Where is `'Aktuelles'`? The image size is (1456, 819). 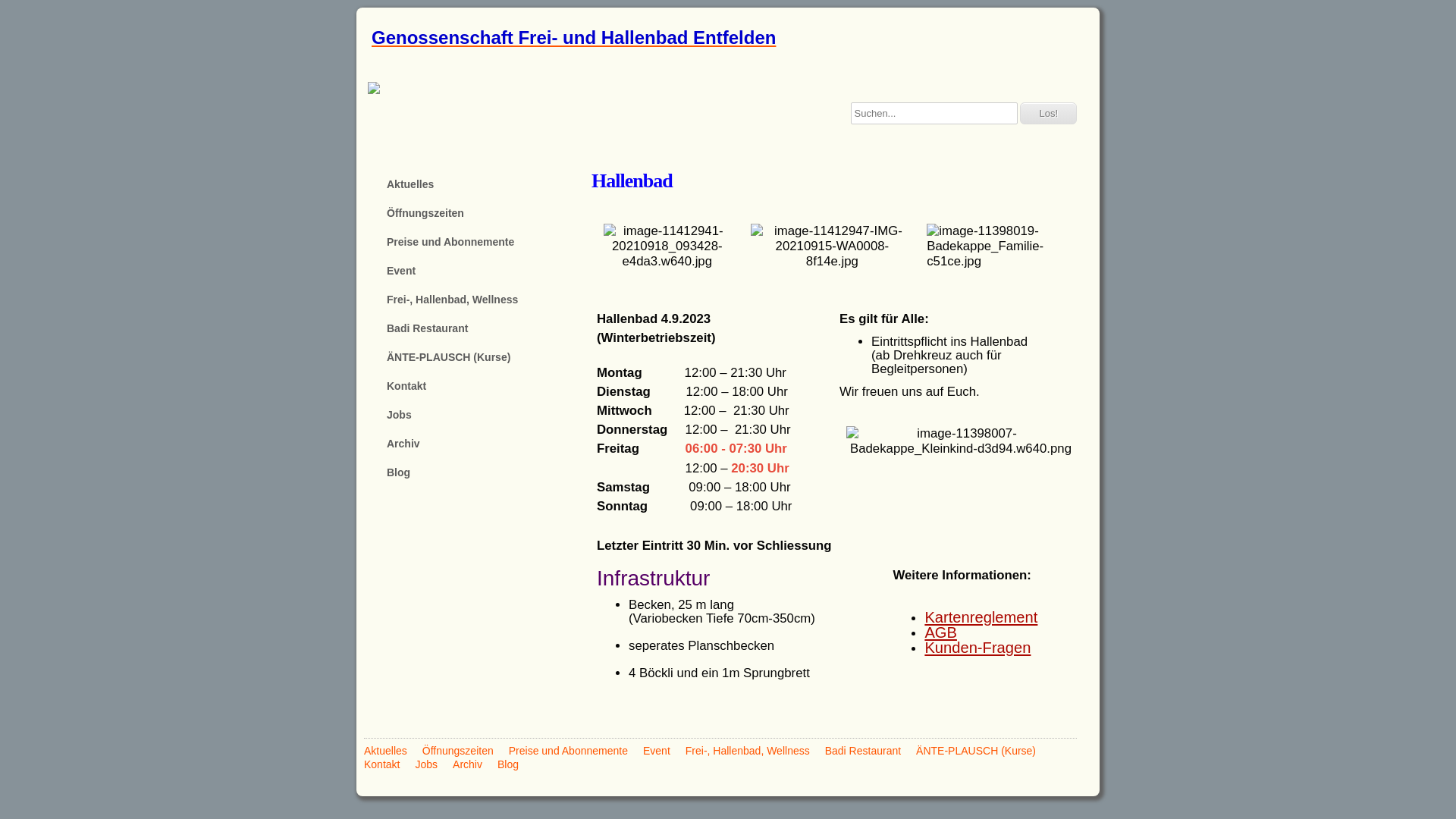 'Aktuelles' is located at coordinates (364, 751).